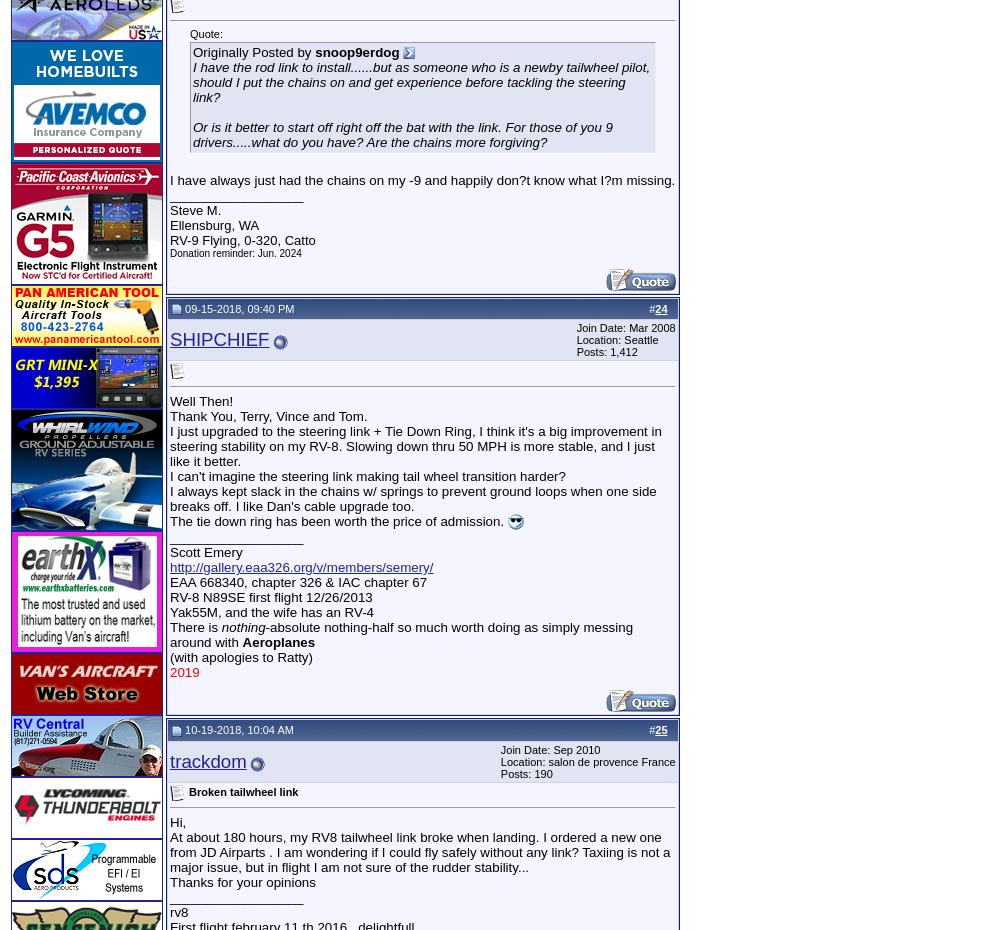 This screenshot has height=930, width=1001. Describe the element at coordinates (267, 415) in the screenshot. I see `'Thank You, Terry, Vince and Tom.'` at that location.